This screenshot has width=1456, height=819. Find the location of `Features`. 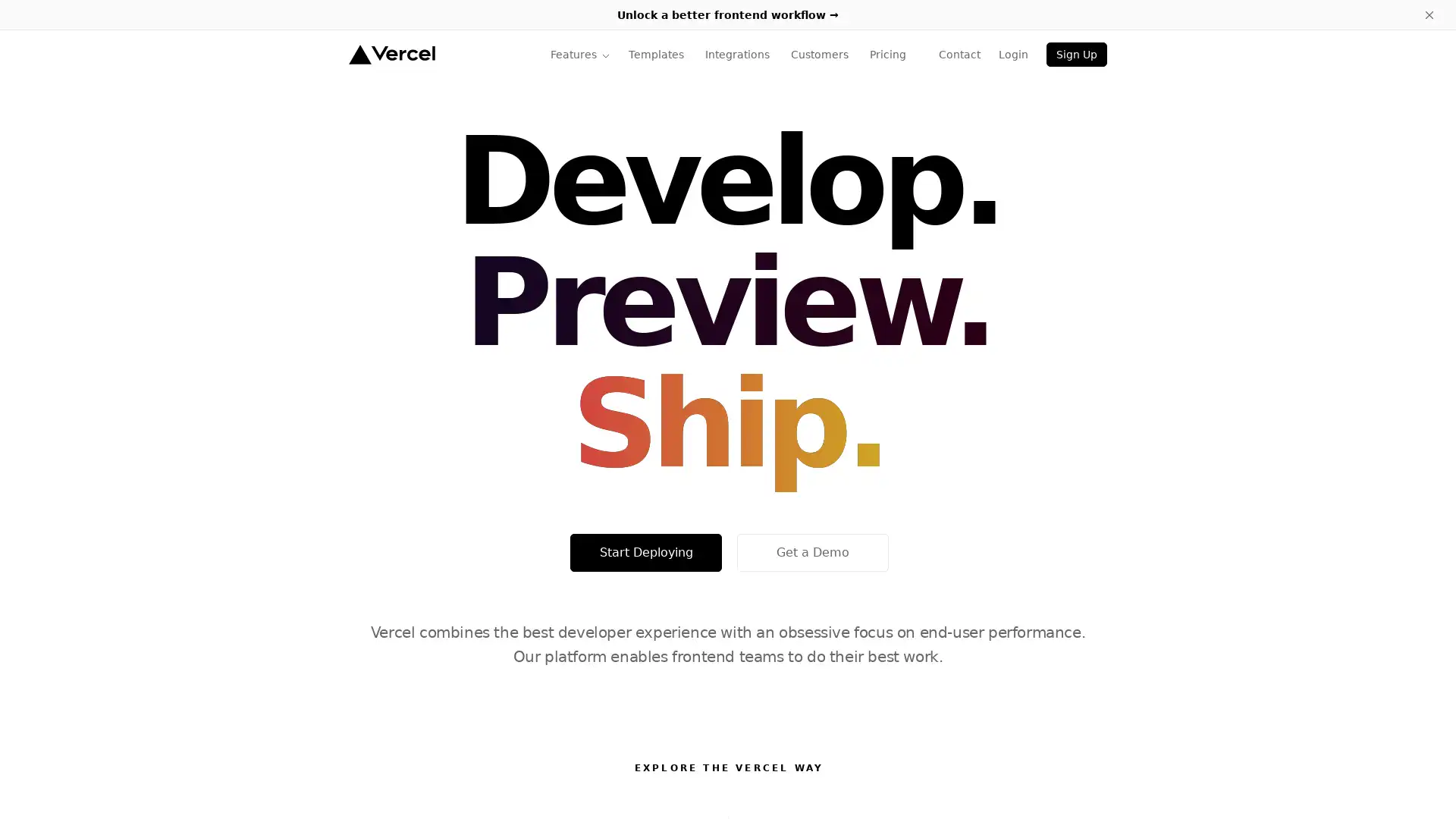

Features is located at coordinates (579, 54).